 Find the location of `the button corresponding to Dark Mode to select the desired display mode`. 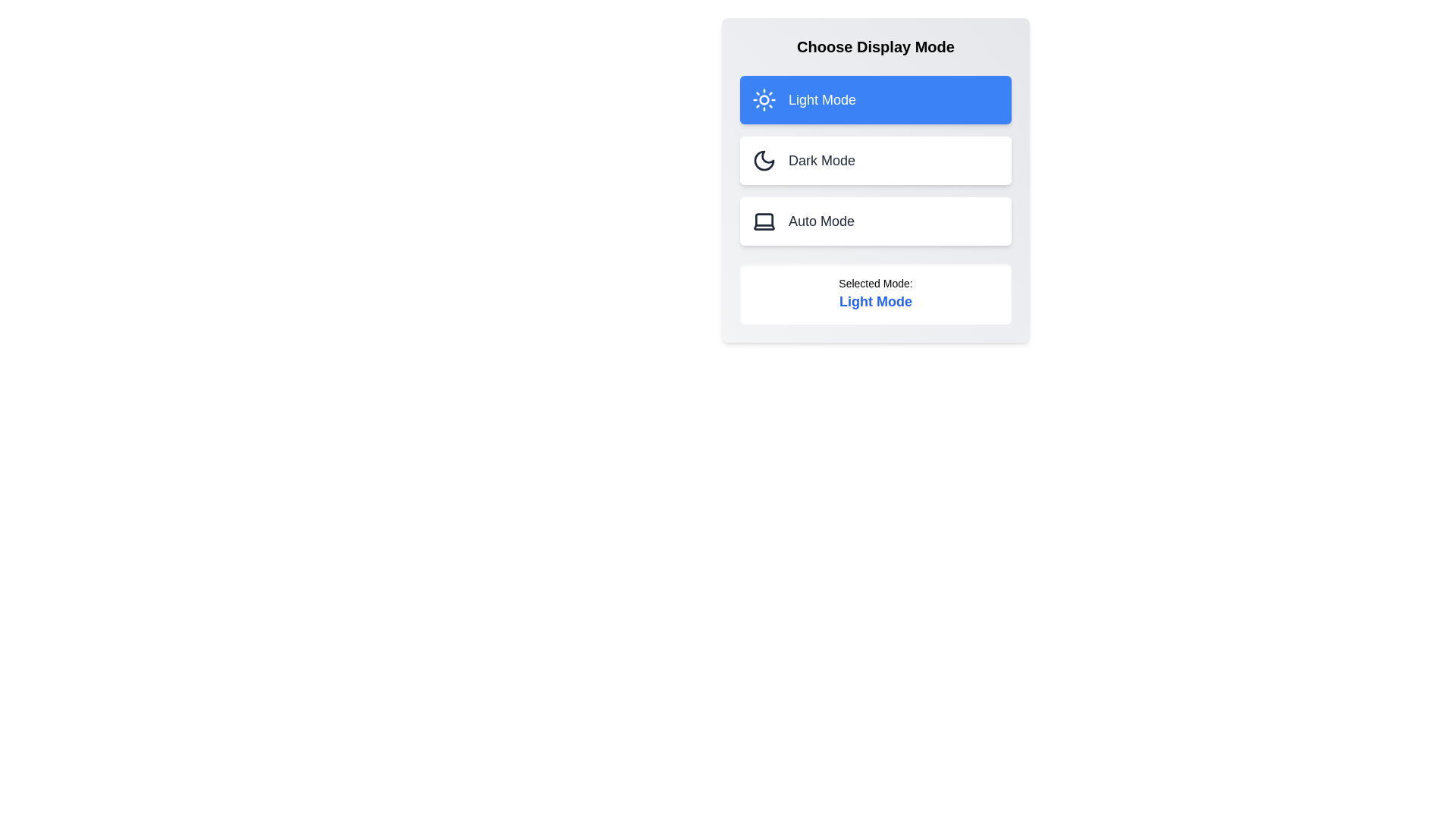

the button corresponding to Dark Mode to select the desired display mode is located at coordinates (876, 161).